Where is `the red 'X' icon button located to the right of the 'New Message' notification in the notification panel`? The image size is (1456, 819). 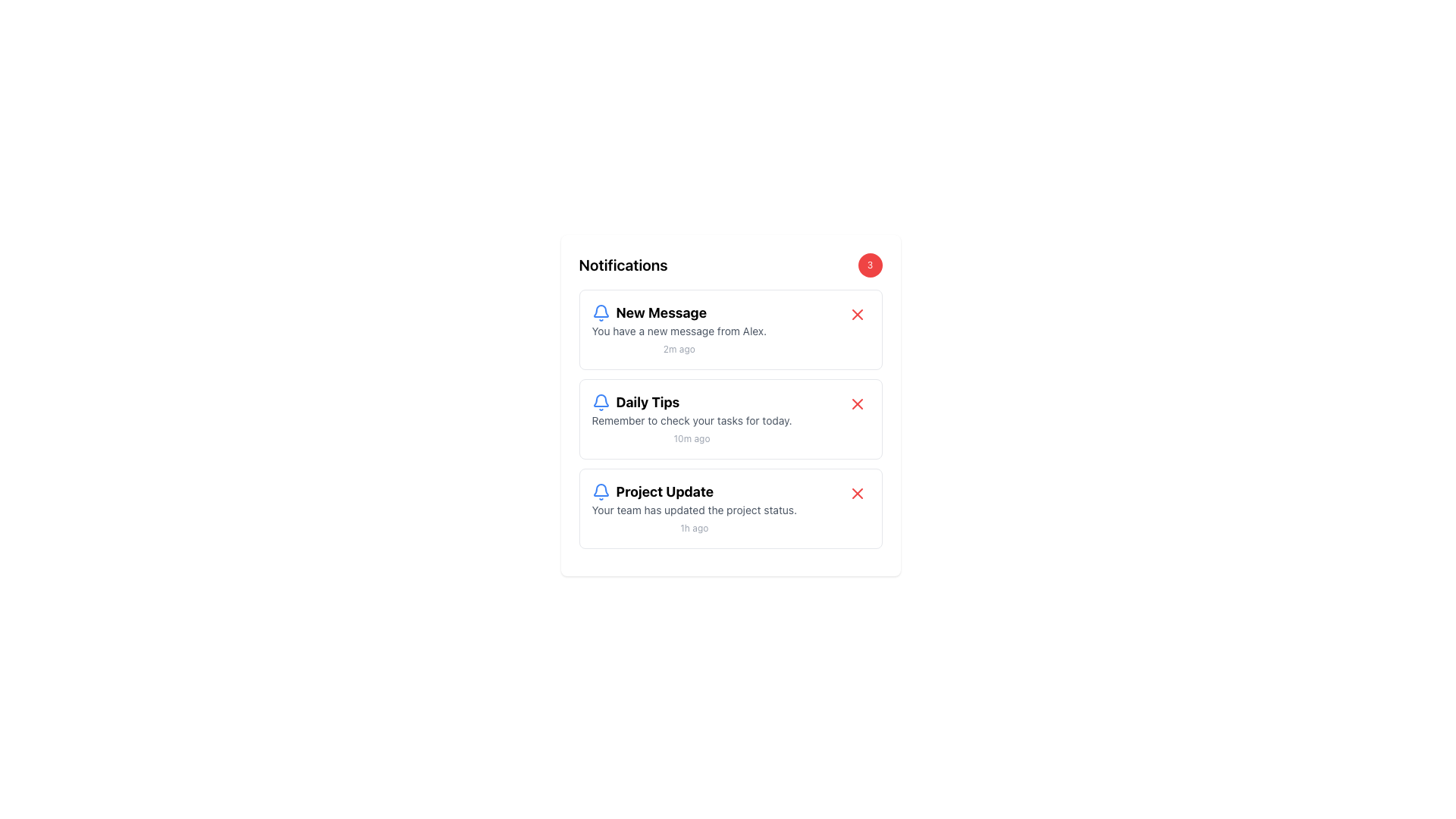 the red 'X' icon button located to the right of the 'New Message' notification in the notification panel is located at coordinates (857, 314).